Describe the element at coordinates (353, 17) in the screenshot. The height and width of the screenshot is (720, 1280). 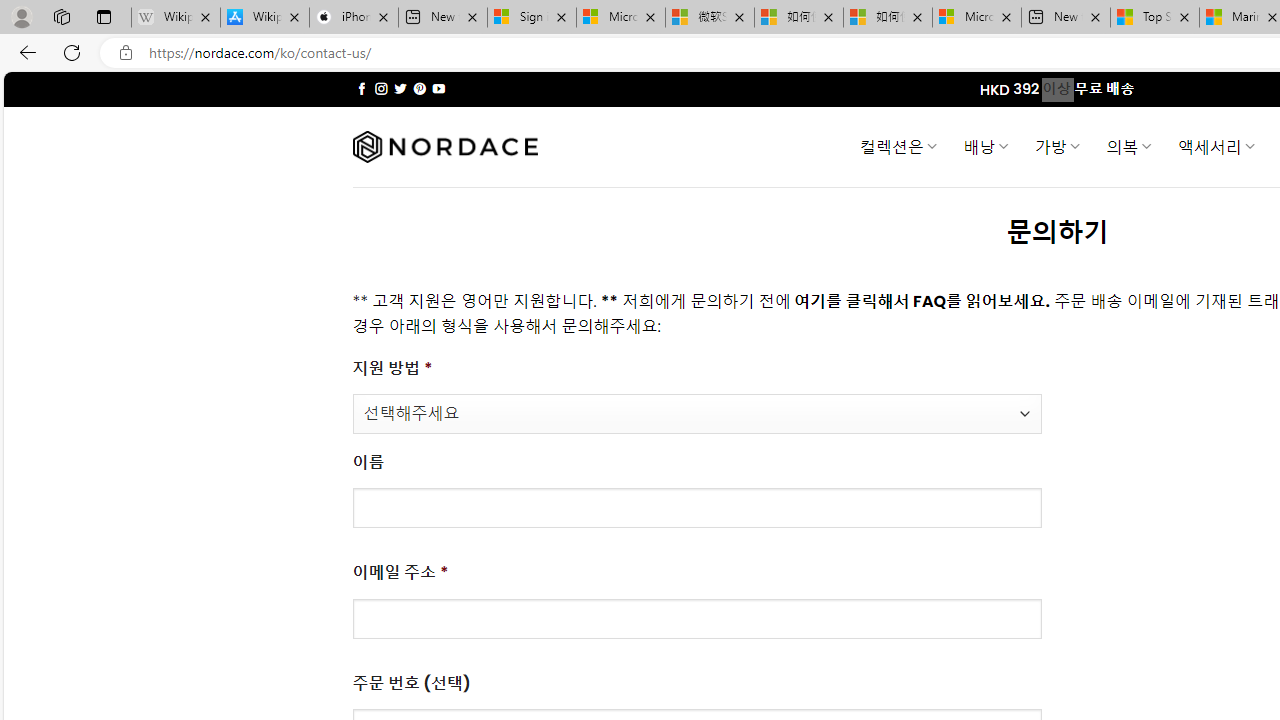
I see `'iPhone - Apple'` at that location.